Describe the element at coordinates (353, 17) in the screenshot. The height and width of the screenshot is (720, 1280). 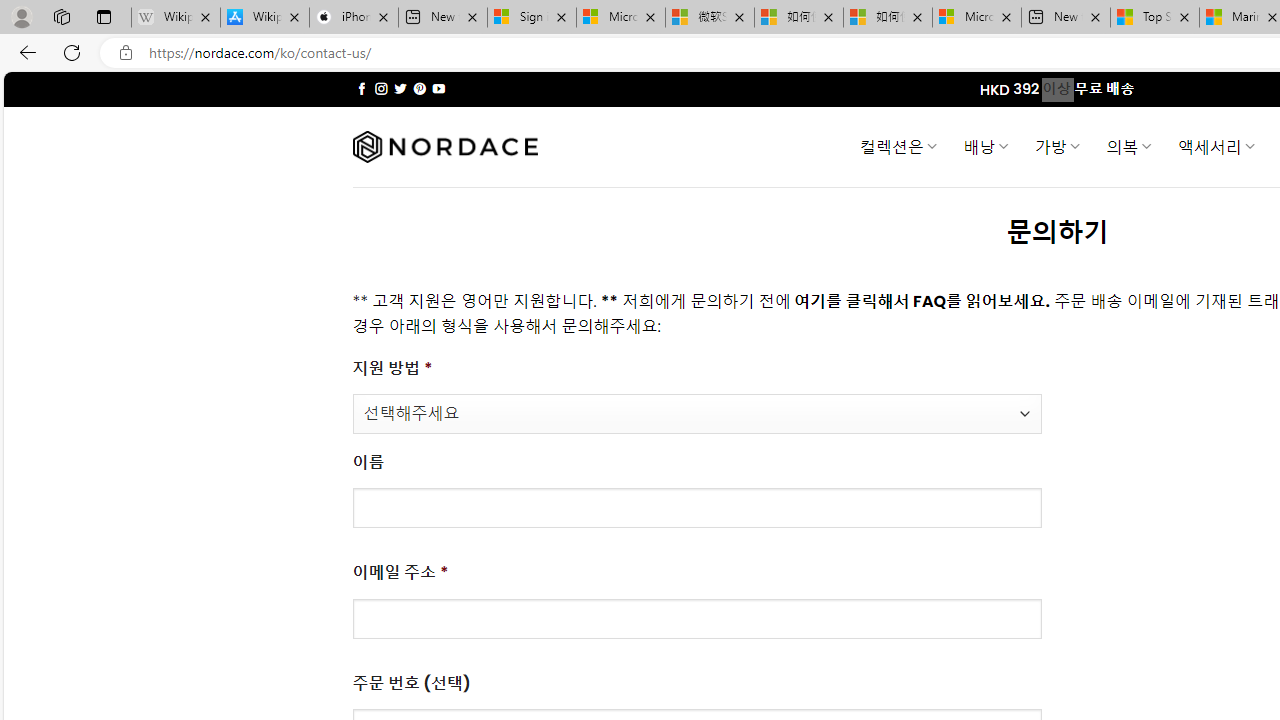
I see `'iPhone - Apple'` at that location.